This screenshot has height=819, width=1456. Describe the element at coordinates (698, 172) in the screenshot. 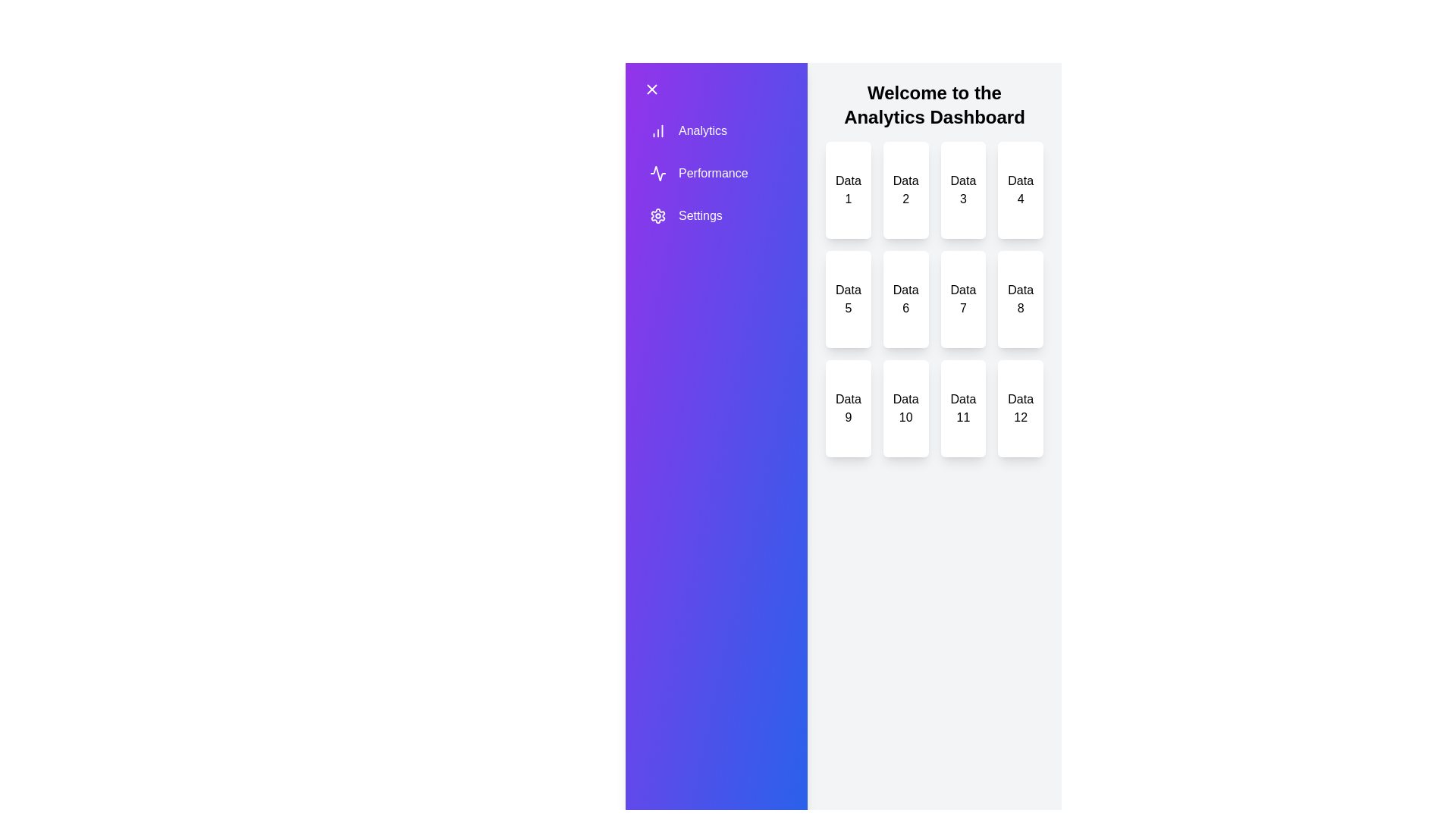

I see `the drawer item labeled Performance to trigger its hover effect` at that location.